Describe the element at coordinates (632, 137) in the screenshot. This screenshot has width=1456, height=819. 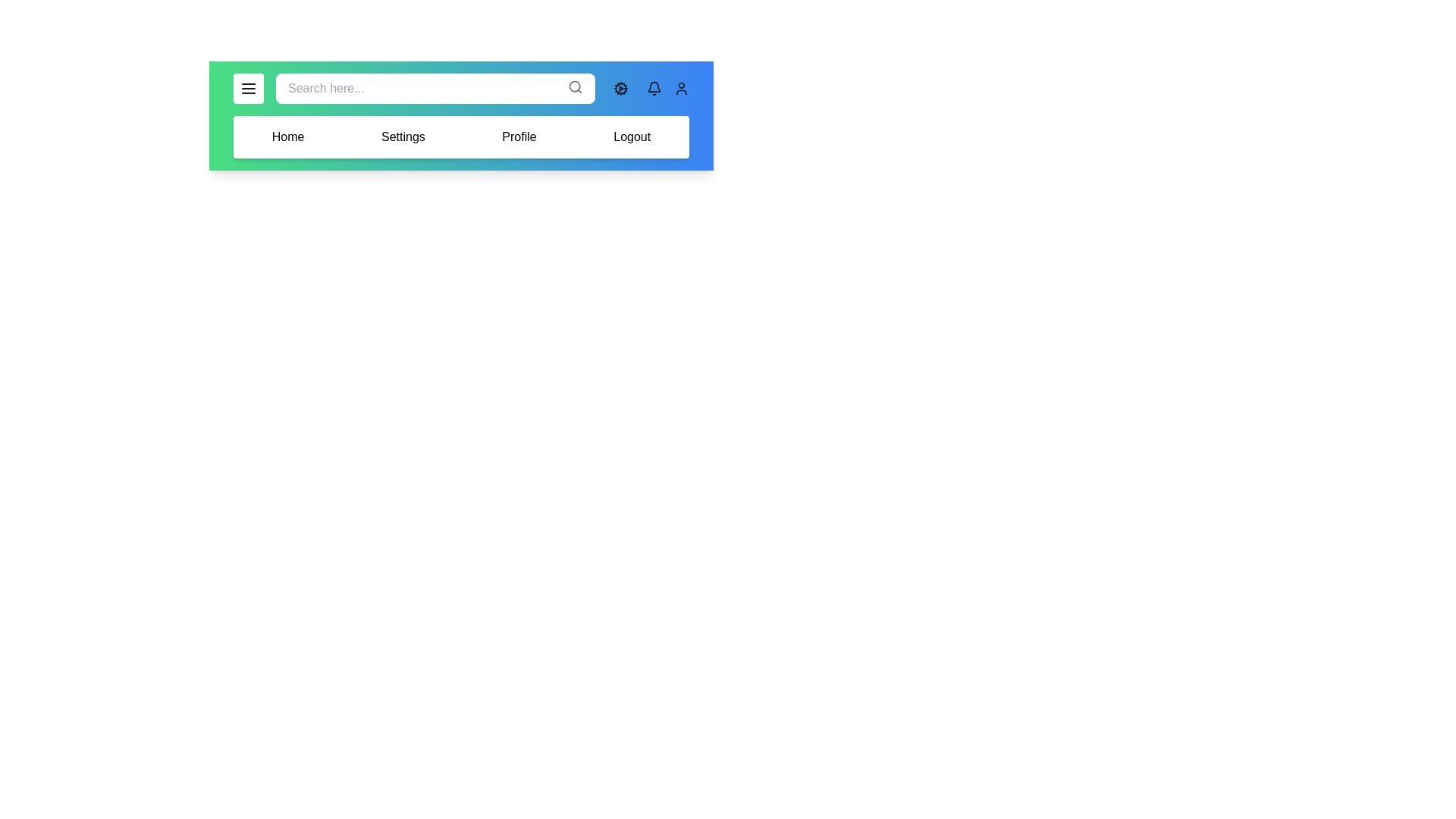
I see `the menu item labeled Logout` at that location.